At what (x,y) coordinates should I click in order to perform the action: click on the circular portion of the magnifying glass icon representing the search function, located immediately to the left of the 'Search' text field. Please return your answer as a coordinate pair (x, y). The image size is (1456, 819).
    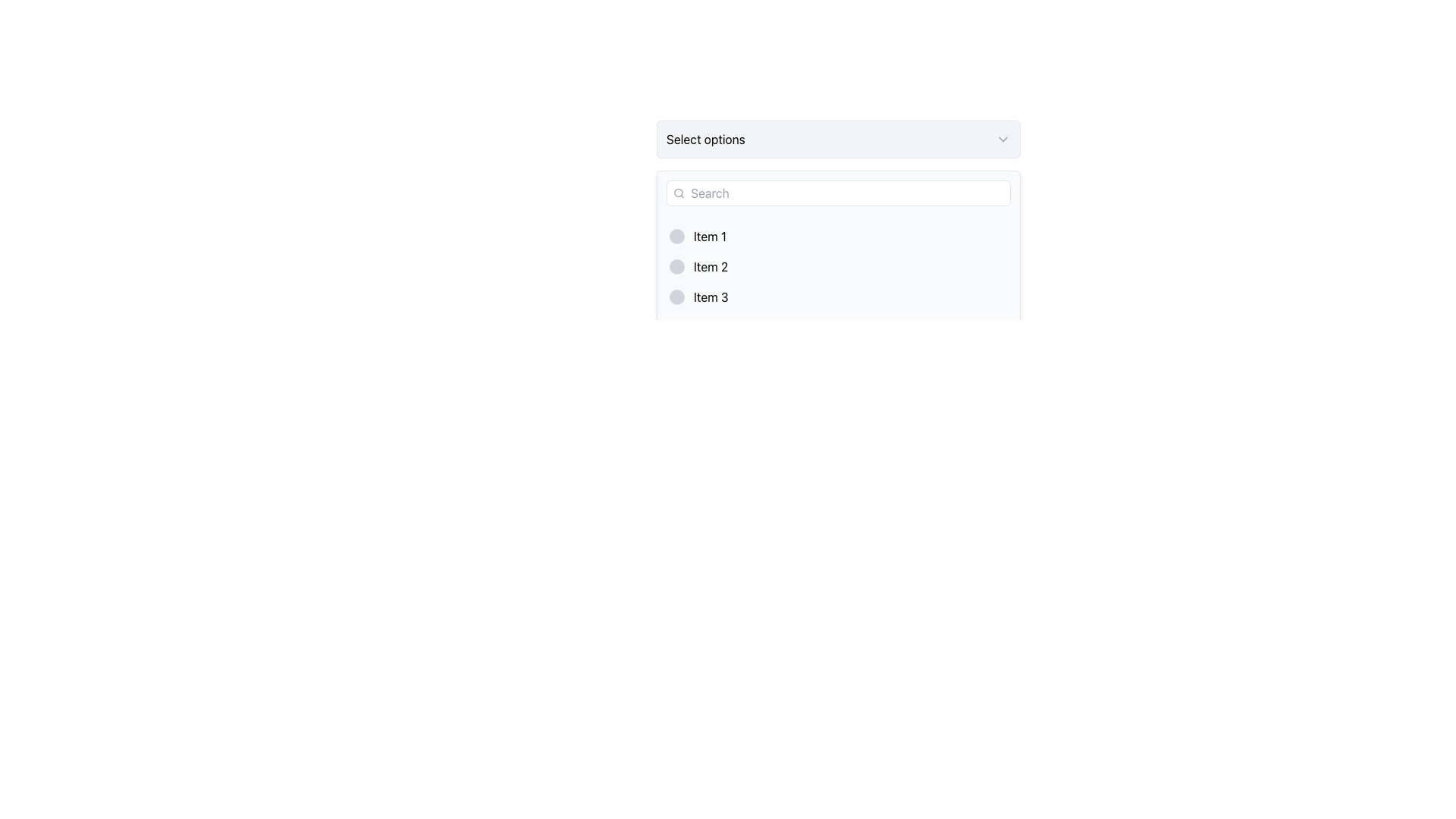
    Looking at the image, I should click on (677, 192).